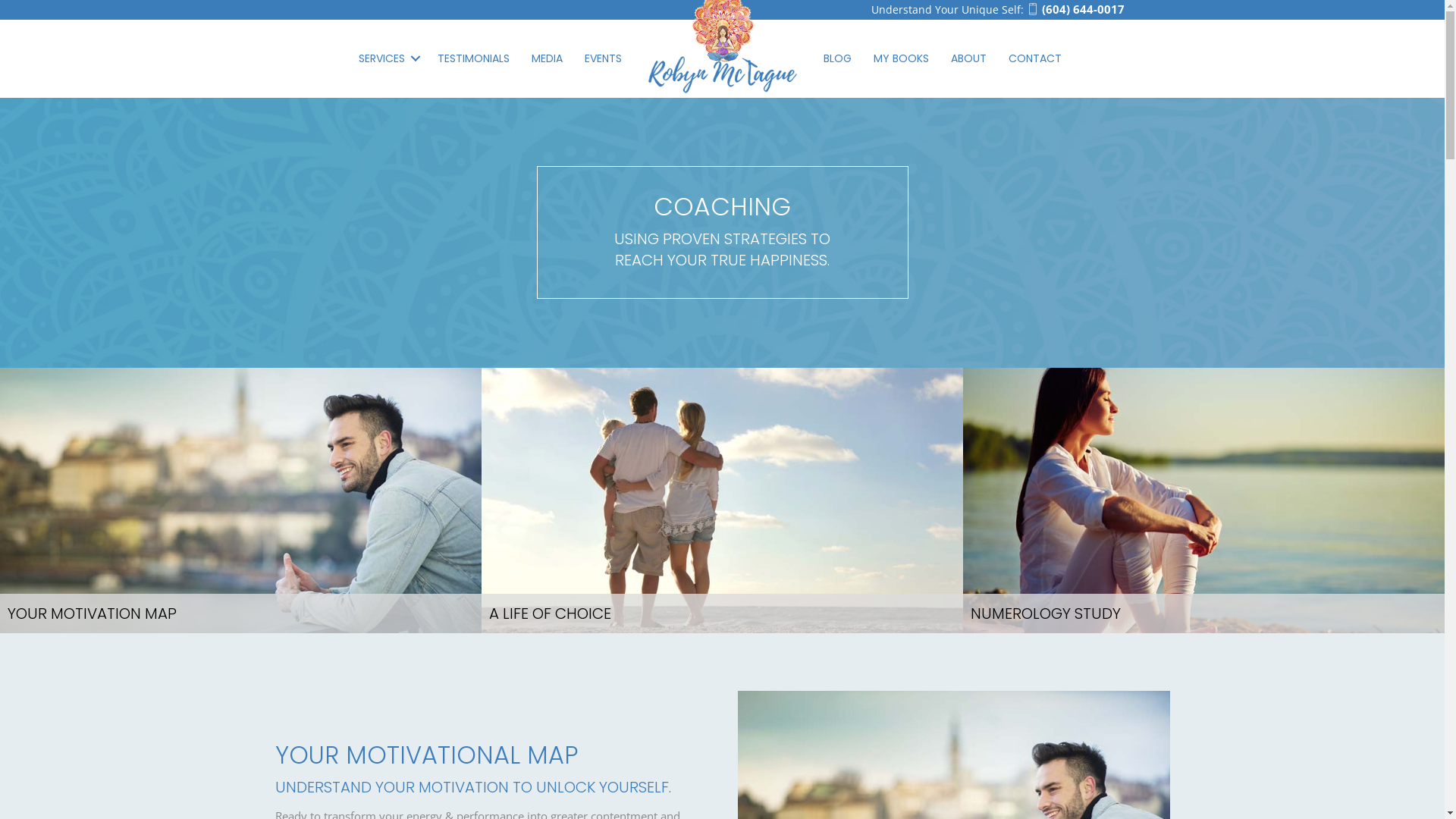 Image resolution: width=1456 pixels, height=819 pixels. Describe the element at coordinates (240, 500) in the screenshot. I see `'YOUR MOTIVATION MAP'` at that location.